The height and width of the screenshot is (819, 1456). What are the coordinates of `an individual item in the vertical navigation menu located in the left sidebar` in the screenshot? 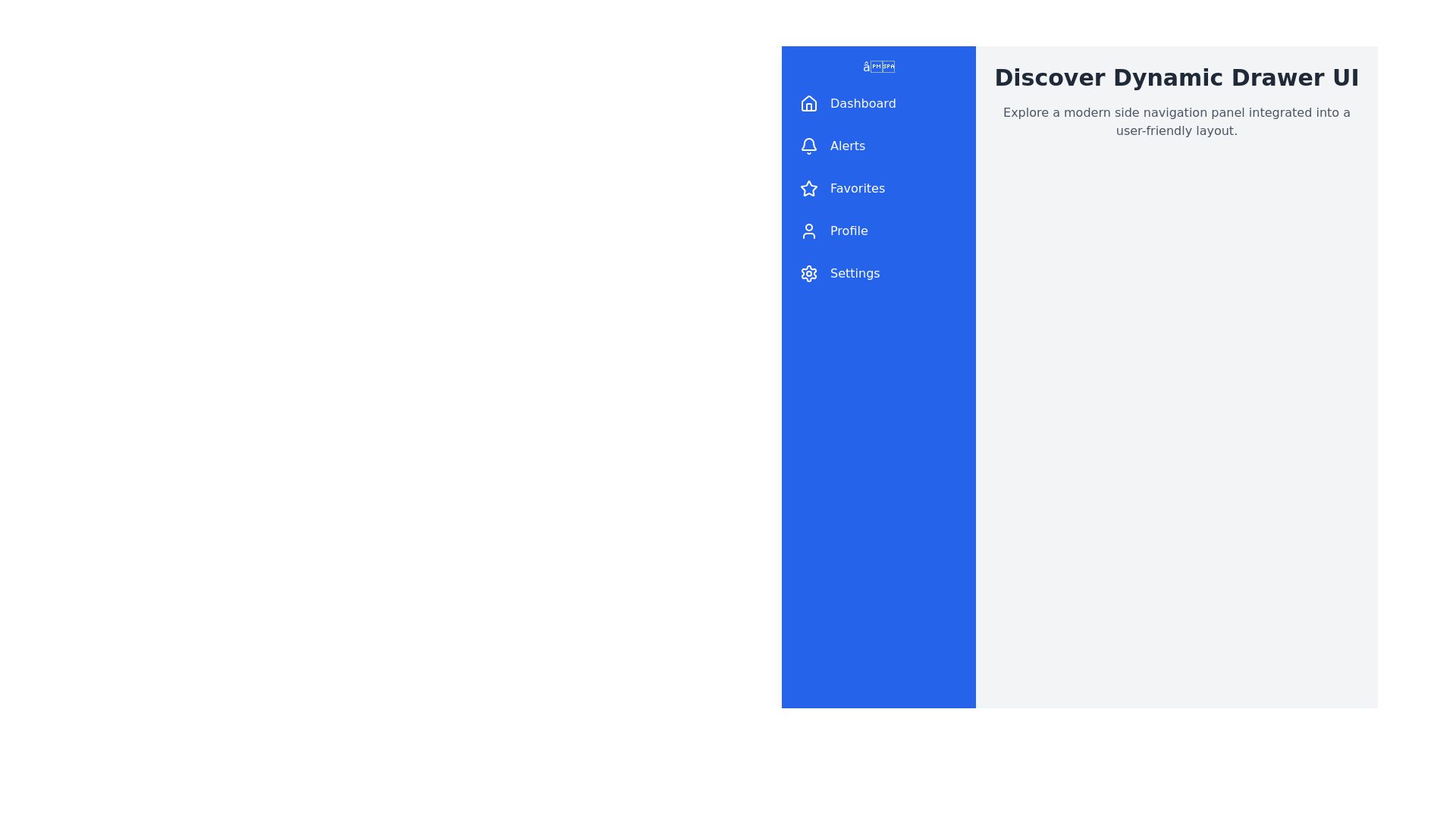 It's located at (878, 188).